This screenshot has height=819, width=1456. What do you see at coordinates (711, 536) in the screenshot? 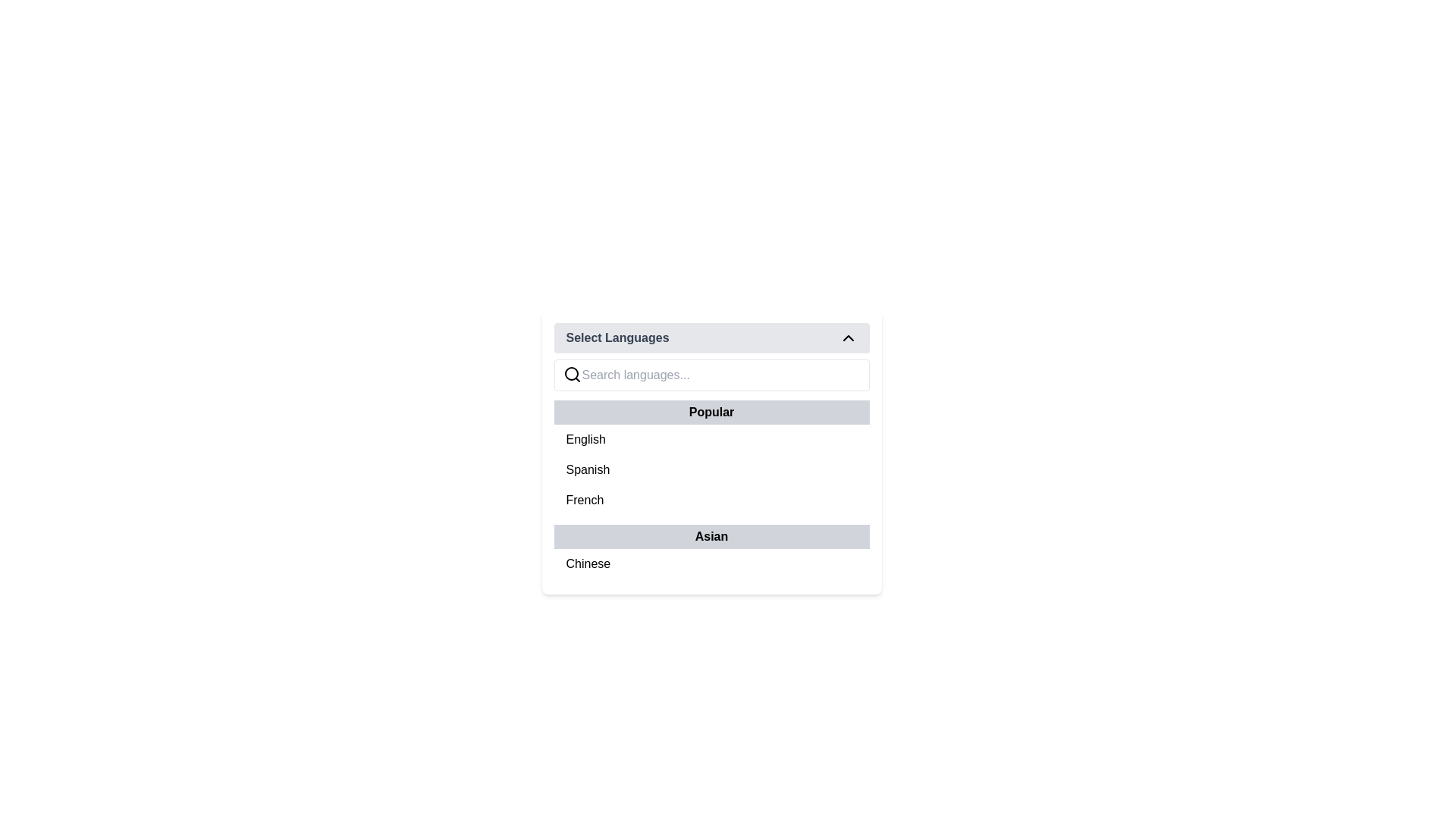
I see `the label or static text component that indicates a section for related items, located in the upper area of the dropdown menu beneath the heading 'Popular.'` at bounding box center [711, 536].